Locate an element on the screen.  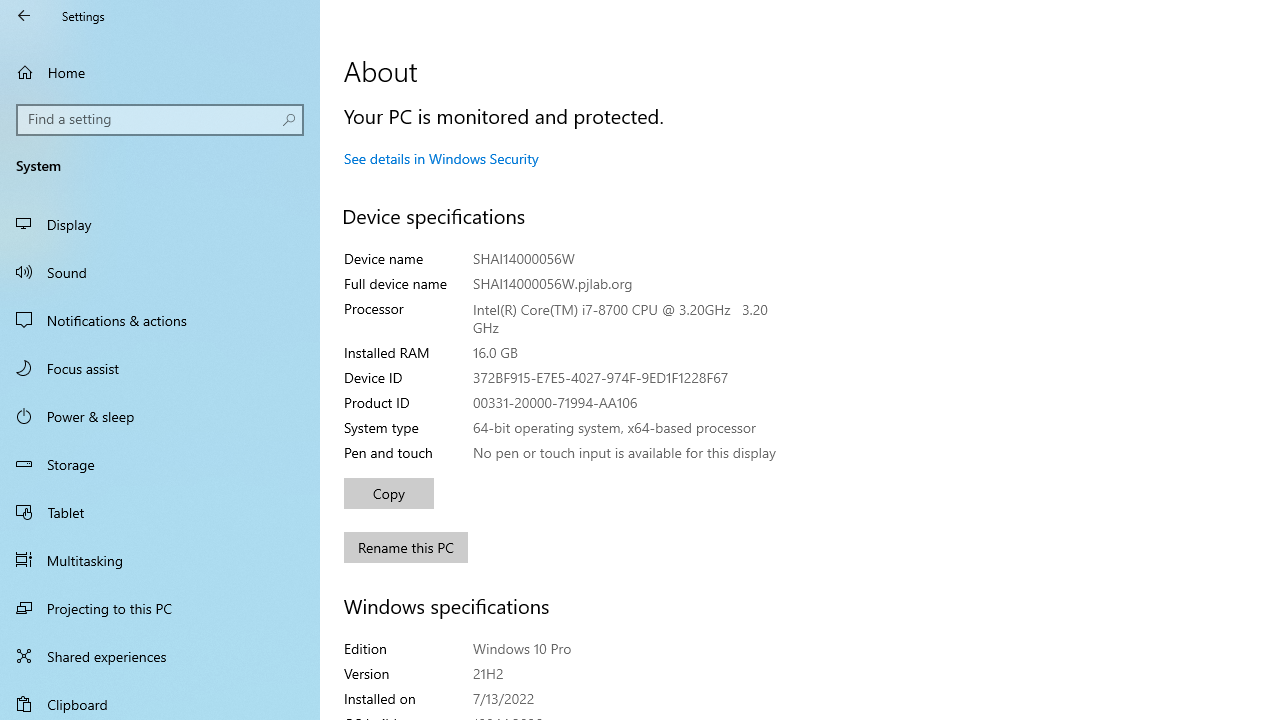
'Display' is located at coordinates (160, 223).